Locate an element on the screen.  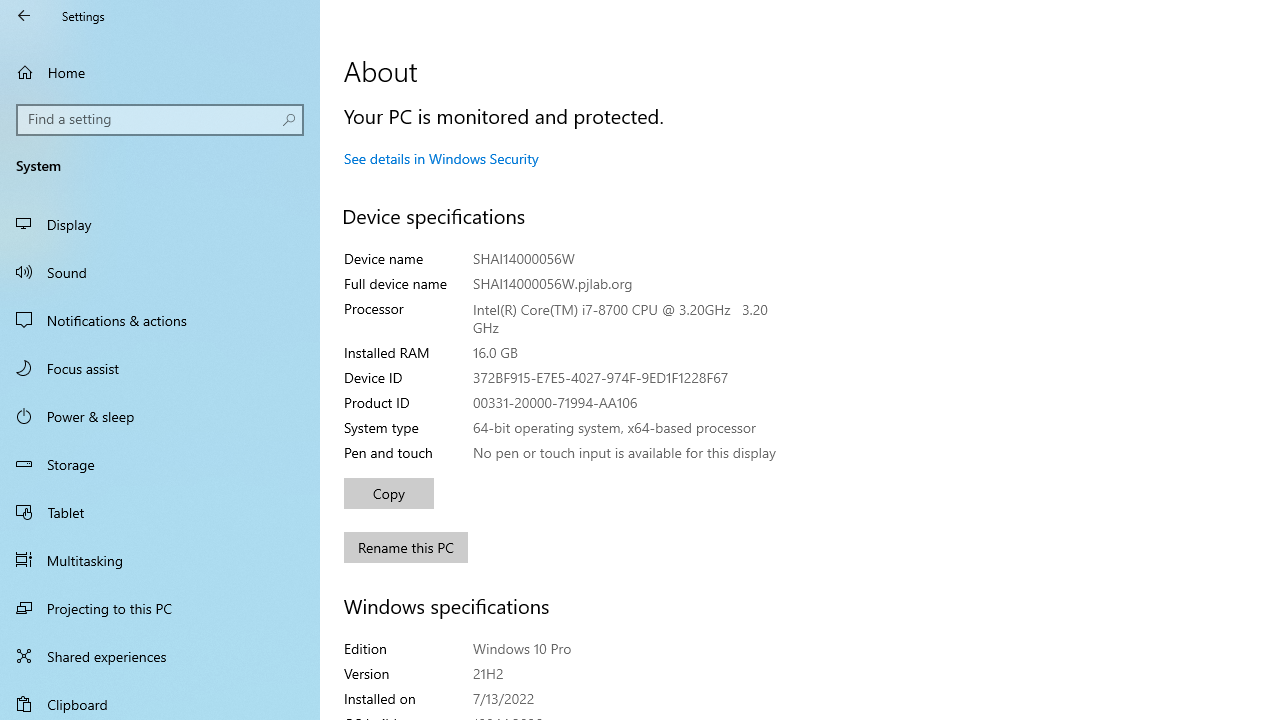
'Display' is located at coordinates (160, 223).